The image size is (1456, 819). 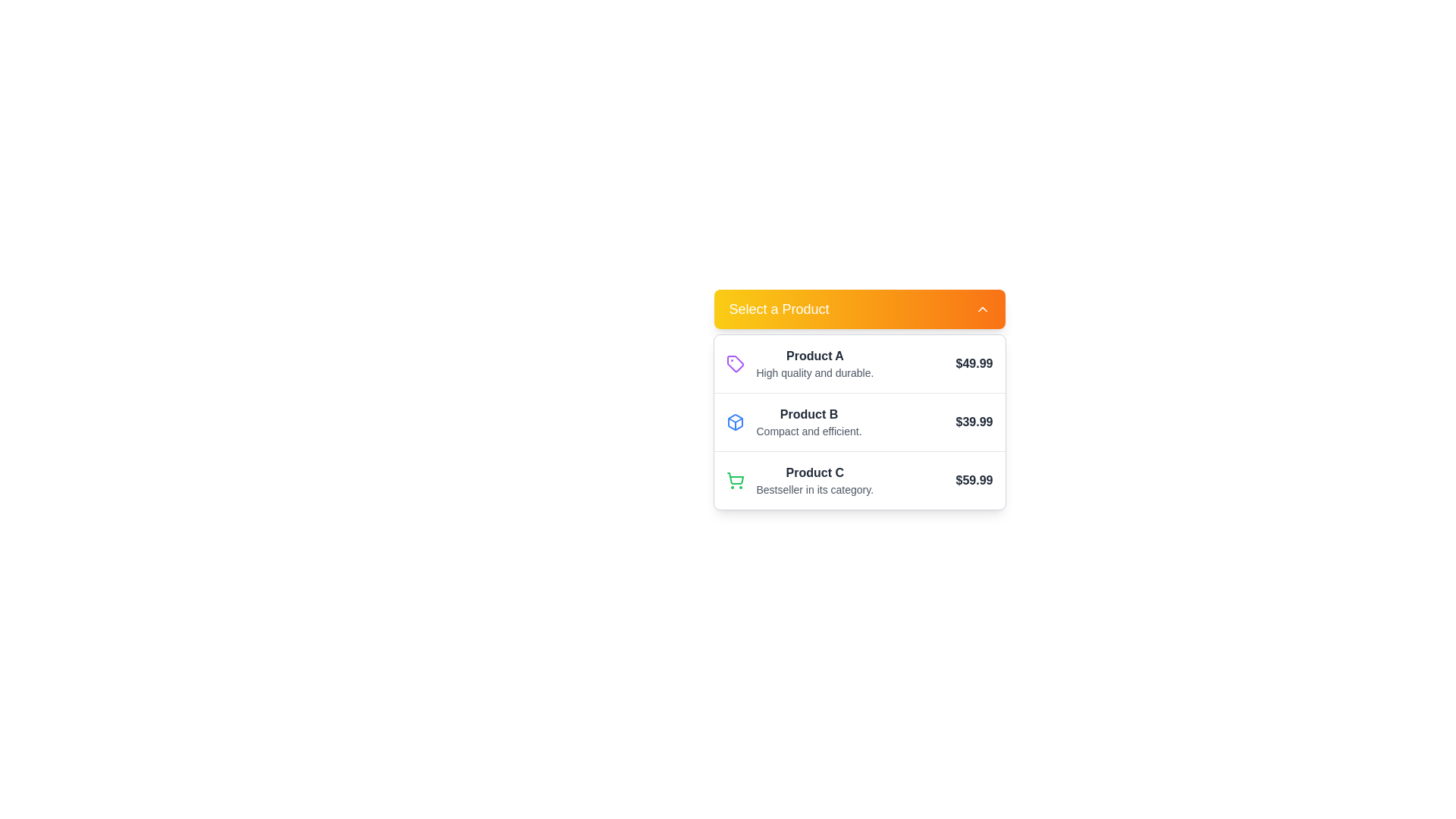 What do you see at coordinates (814, 373) in the screenshot?
I see `the static text label that provides additional information about 'Product A', located below its title in the product list` at bounding box center [814, 373].